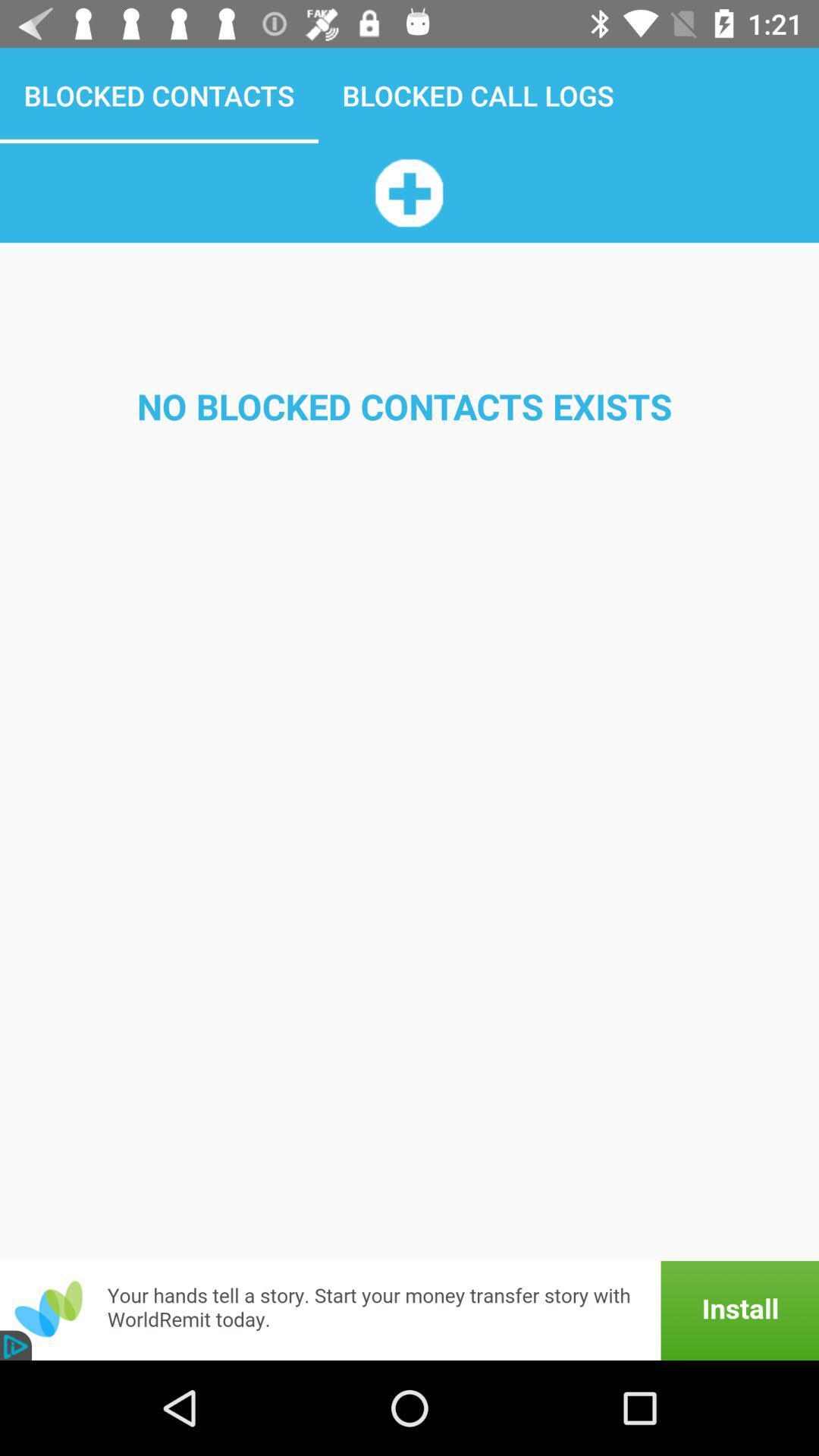 This screenshot has height=1456, width=819. I want to click on the add icon, so click(408, 192).